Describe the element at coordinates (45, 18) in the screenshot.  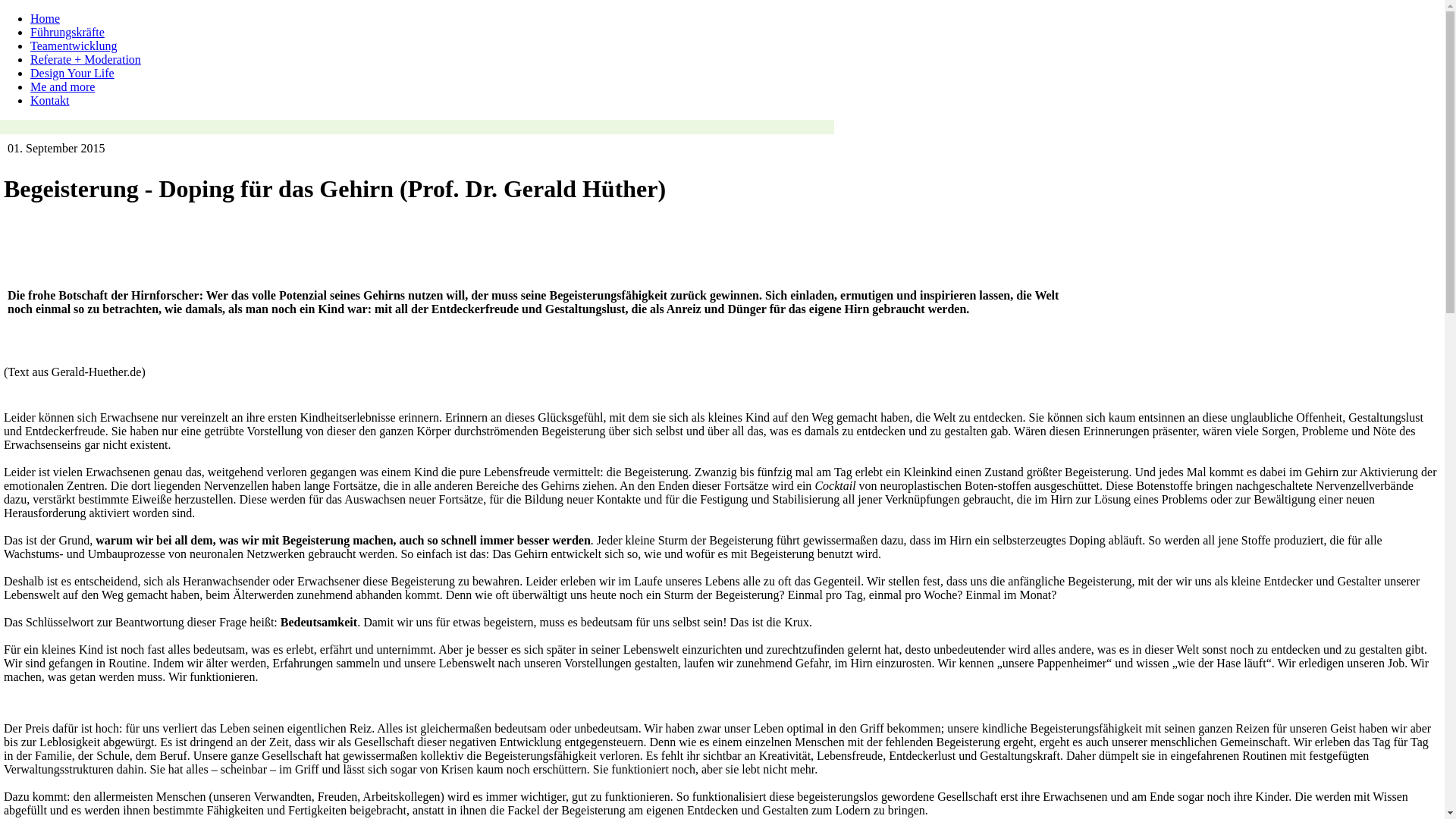
I see `'Home'` at that location.